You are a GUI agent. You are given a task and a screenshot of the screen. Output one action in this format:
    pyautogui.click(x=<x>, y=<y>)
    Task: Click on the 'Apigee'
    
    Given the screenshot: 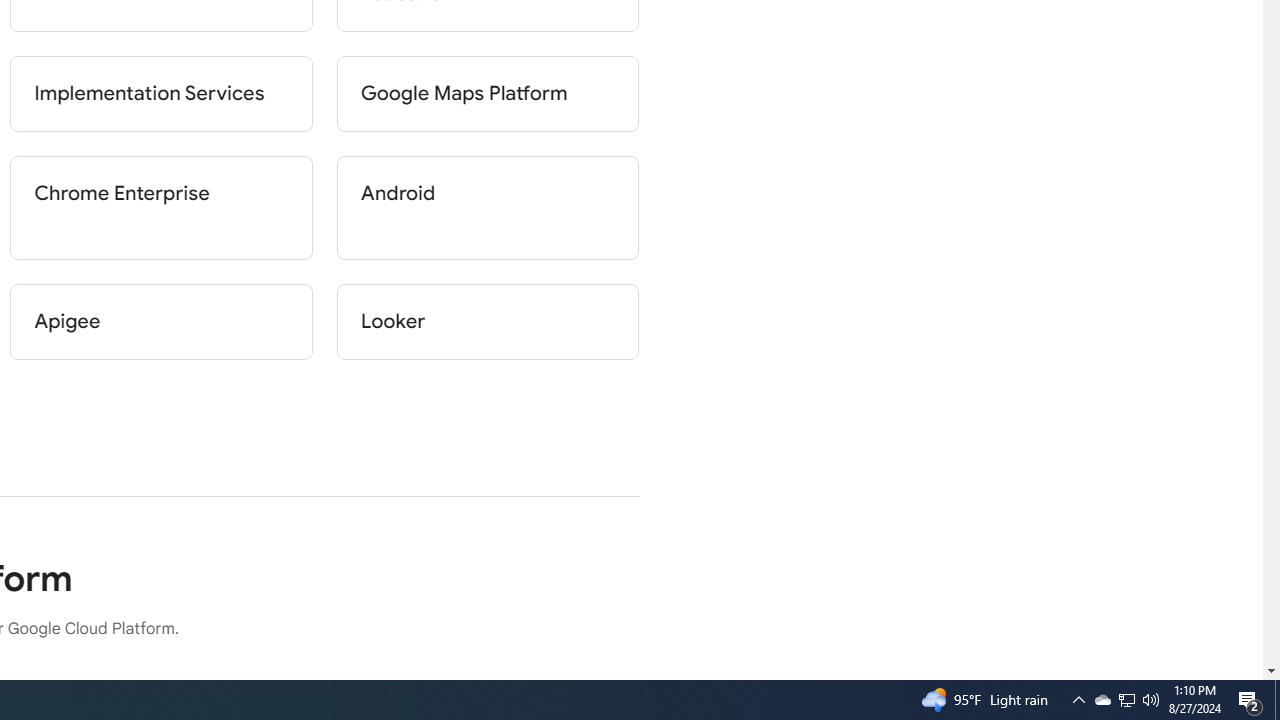 What is the action you would take?
    pyautogui.click(x=161, y=320)
    